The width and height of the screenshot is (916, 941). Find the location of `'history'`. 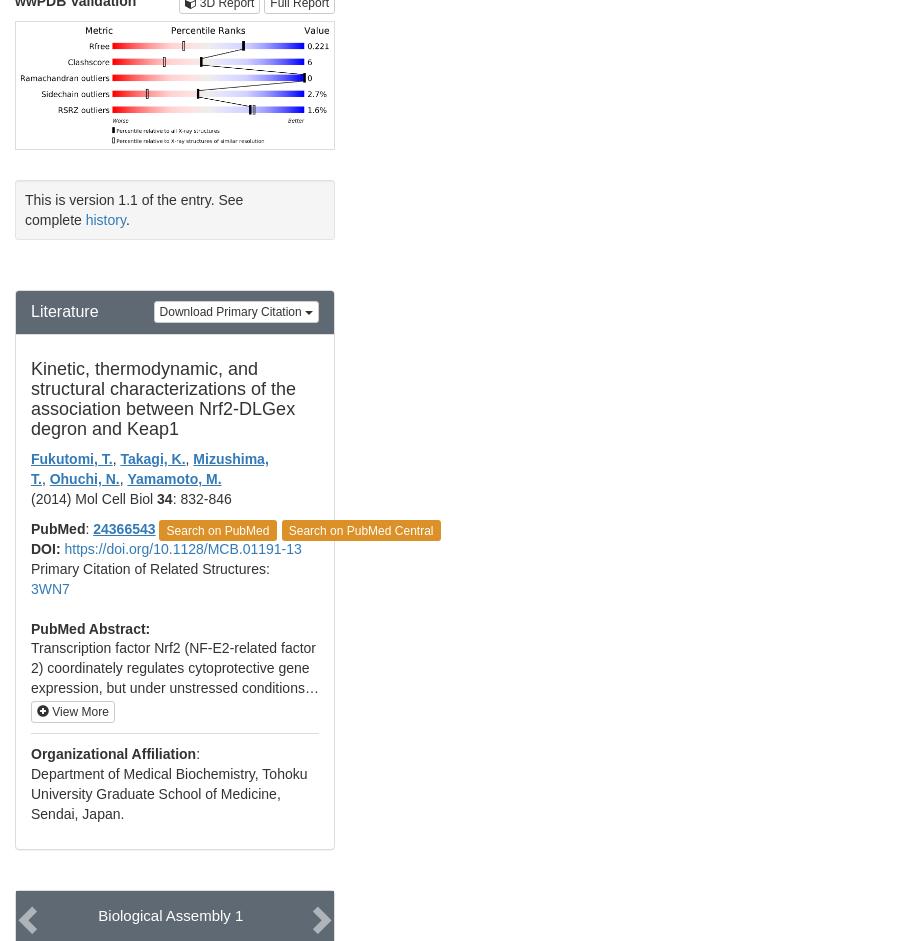

'history' is located at coordinates (103, 219).